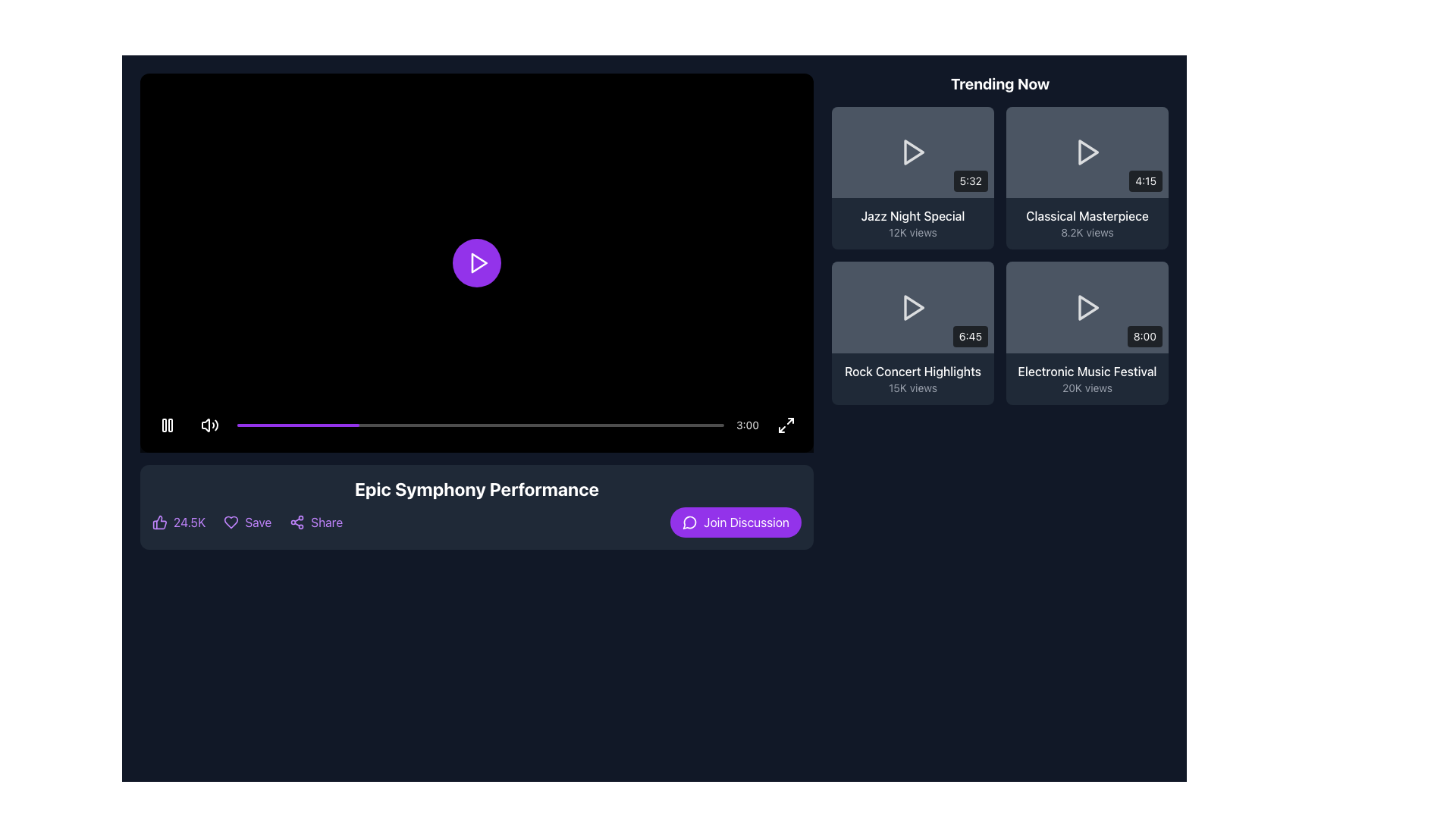  What do you see at coordinates (913, 152) in the screenshot?
I see `the triangular play icon located in the top-left card of the 'Trending Now' section` at bounding box center [913, 152].